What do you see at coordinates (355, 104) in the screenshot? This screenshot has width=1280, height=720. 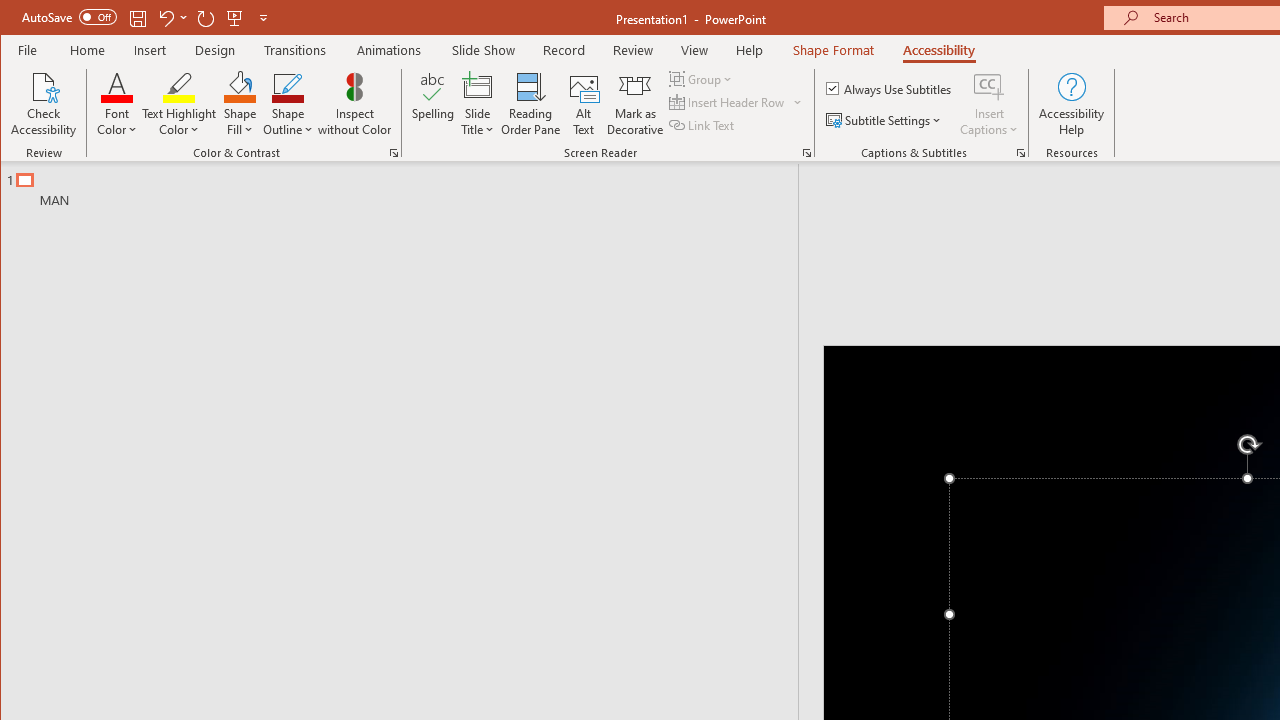 I see `'Inspect without Color'` at bounding box center [355, 104].